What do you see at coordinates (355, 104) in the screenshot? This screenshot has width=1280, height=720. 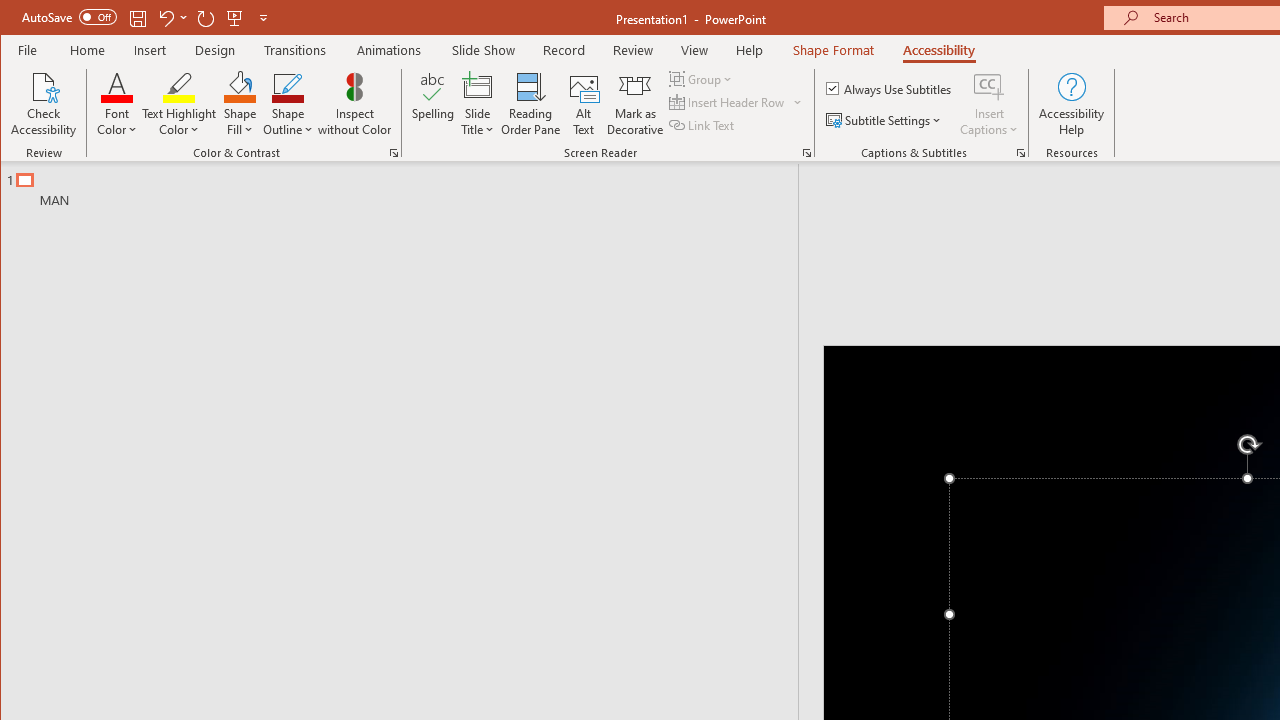 I see `'Inspect without Color'` at bounding box center [355, 104].